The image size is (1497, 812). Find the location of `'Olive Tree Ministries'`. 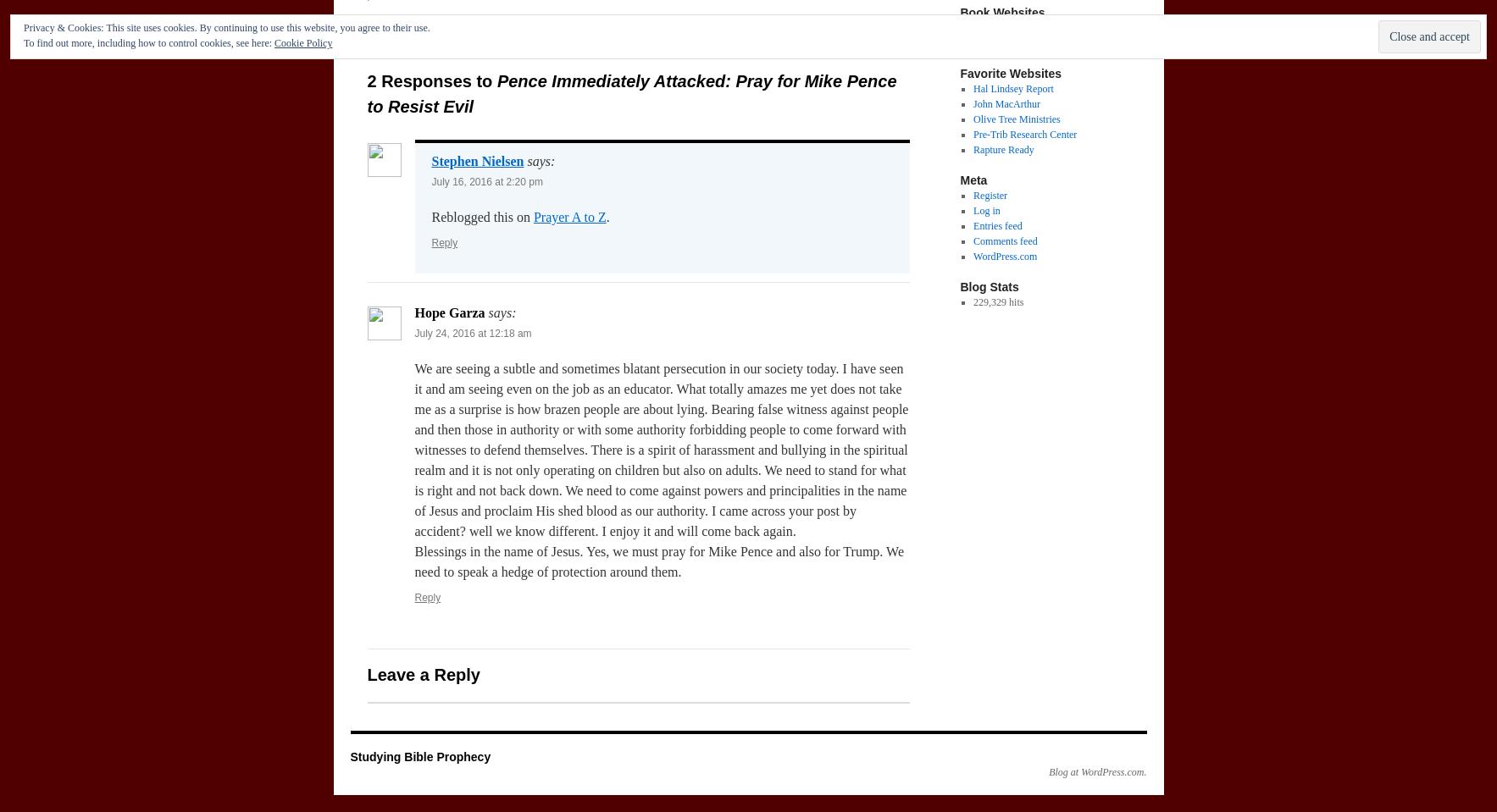

'Olive Tree Ministries' is located at coordinates (1015, 118).